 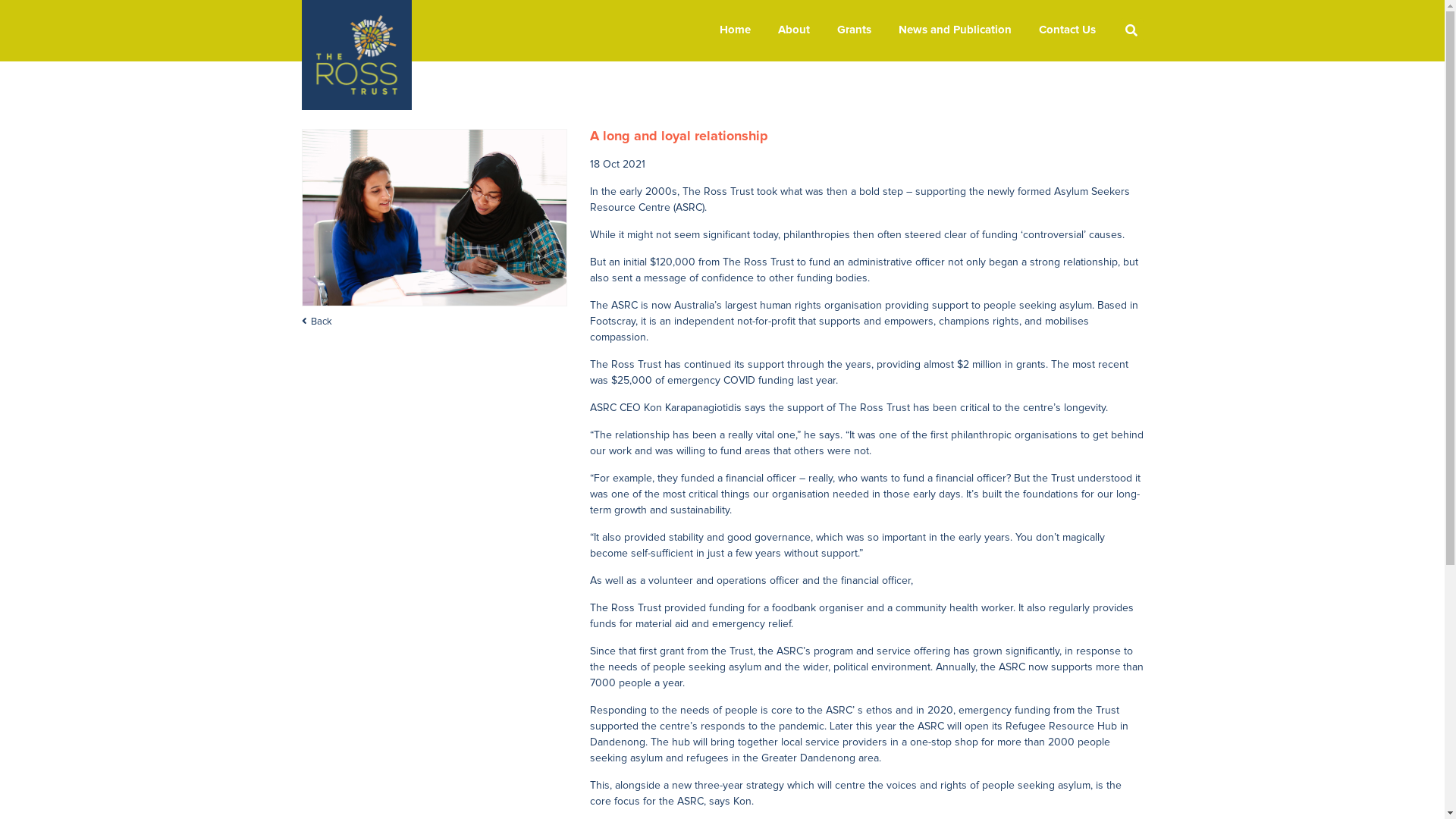 I want to click on 'Home', so click(x=734, y=30).